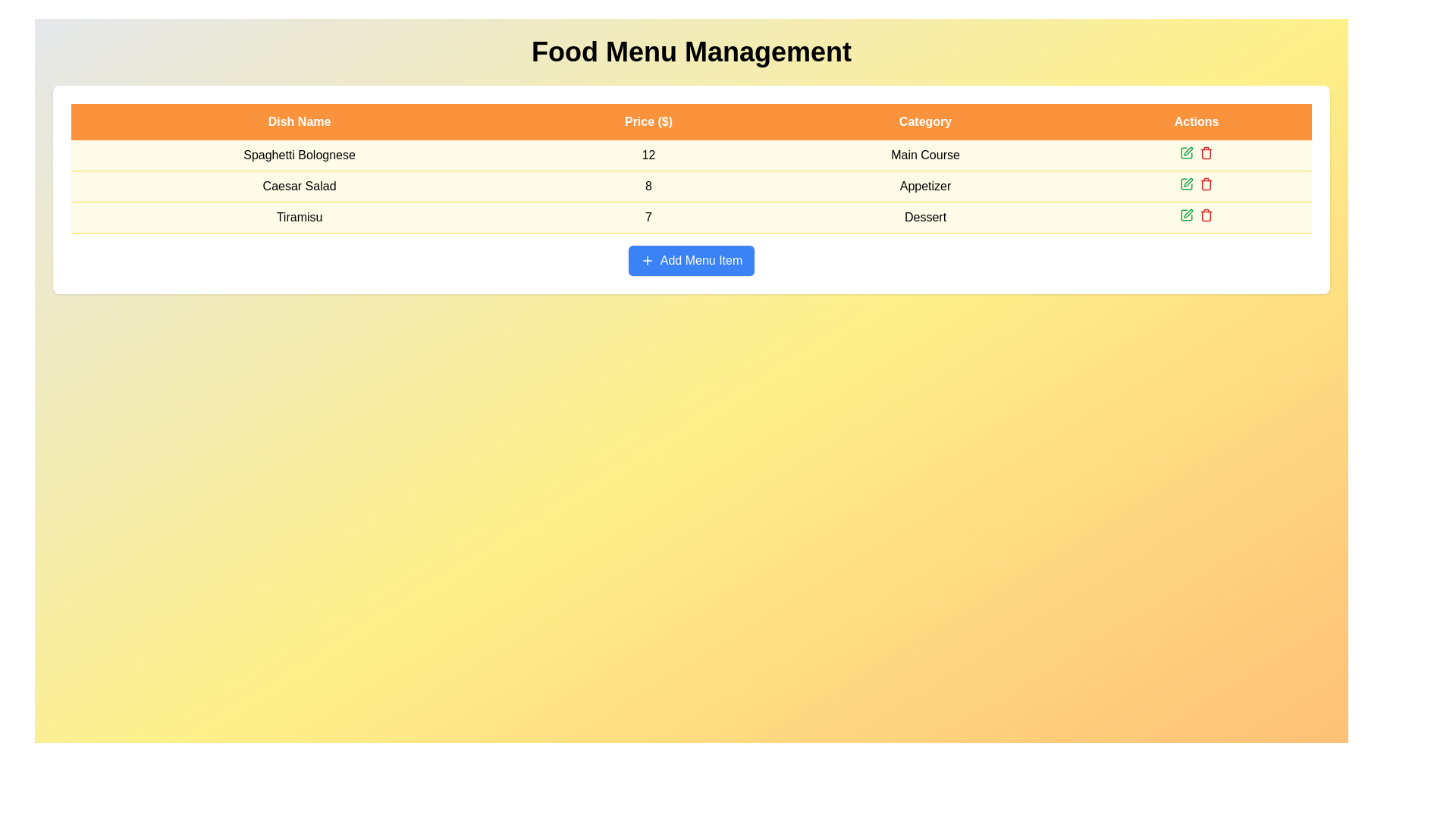 This screenshot has width=1456, height=819. Describe the element at coordinates (648, 121) in the screenshot. I see `the table column header labeled 'Price ($)' with a vibrant orange background and centered white text, located at the coordinates provided` at that location.